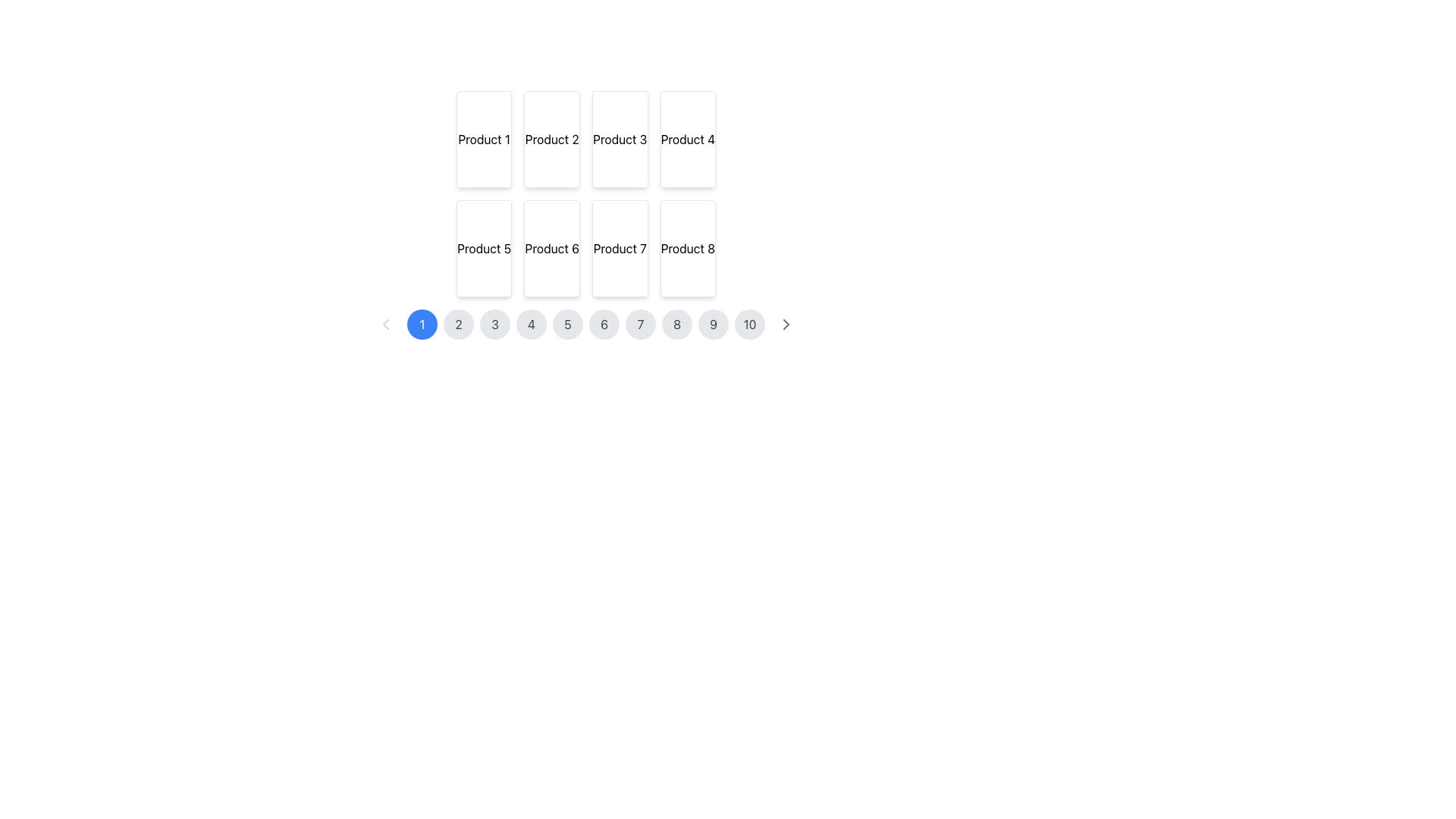 The height and width of the screenshot is (819, 1456). What do you see at coordinates (687, 140) in the screenshot?
I see `the displayed information on the fourth product card in the grid layout, which shows the product label` at bounding box center [687, 140].